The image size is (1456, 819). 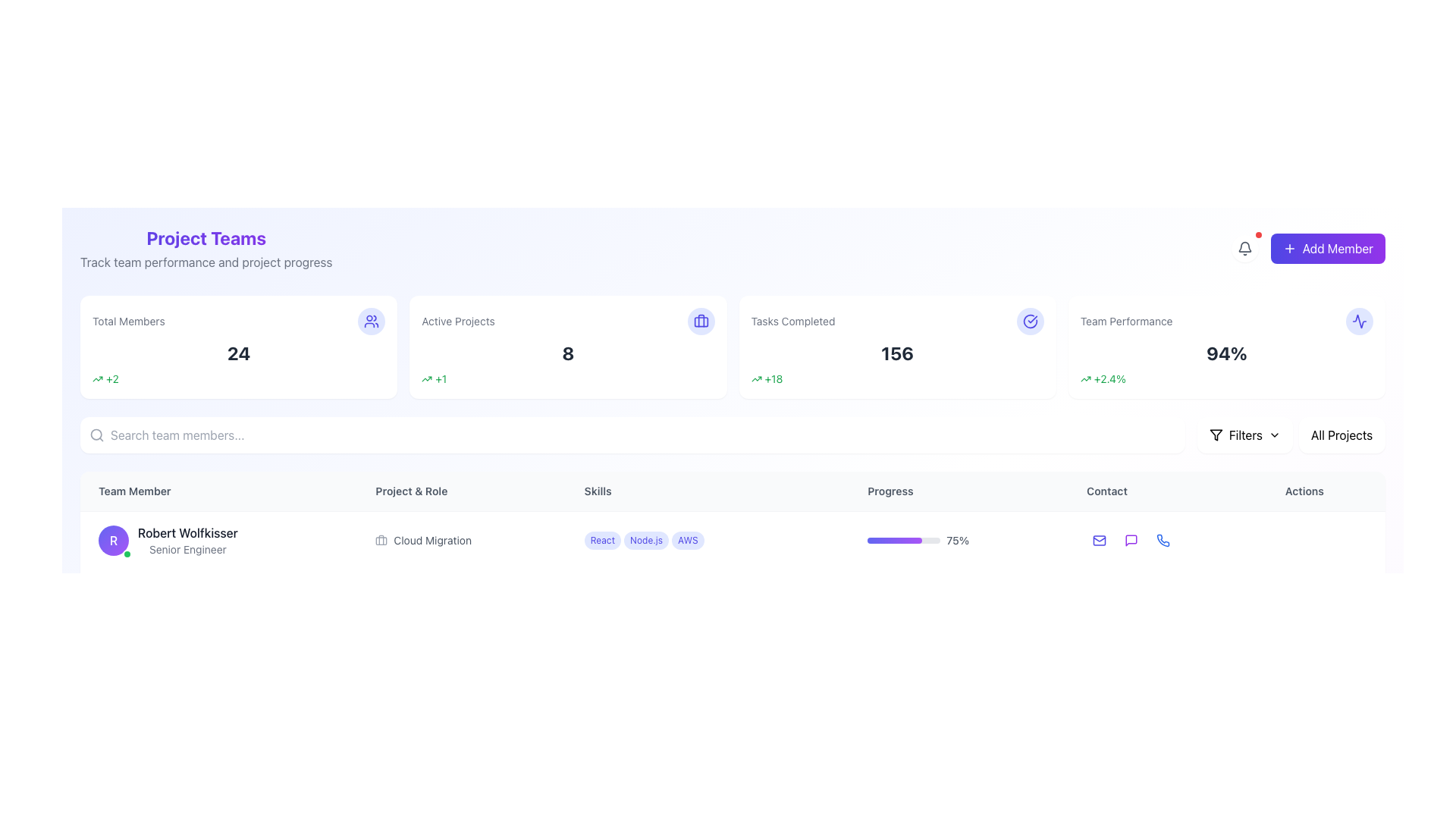 I want to click on the circular button with a light indigo background and a checkmark icon, located in the top-right corner of the 'Tasks Completed' card, so click(x=1030, y=321).